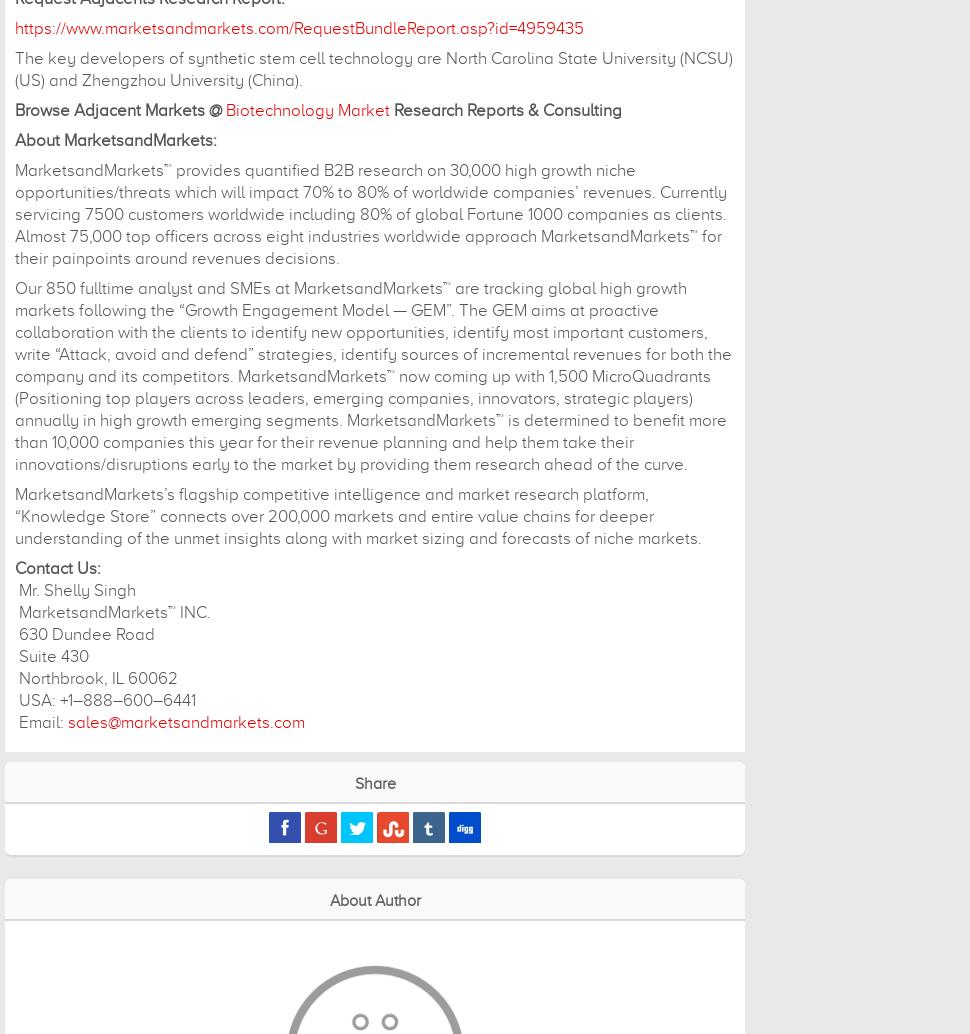 This screenshot has height=1034, width=970. I want to click on 'sales@marketsandmarkets.com', so click(185, 722).